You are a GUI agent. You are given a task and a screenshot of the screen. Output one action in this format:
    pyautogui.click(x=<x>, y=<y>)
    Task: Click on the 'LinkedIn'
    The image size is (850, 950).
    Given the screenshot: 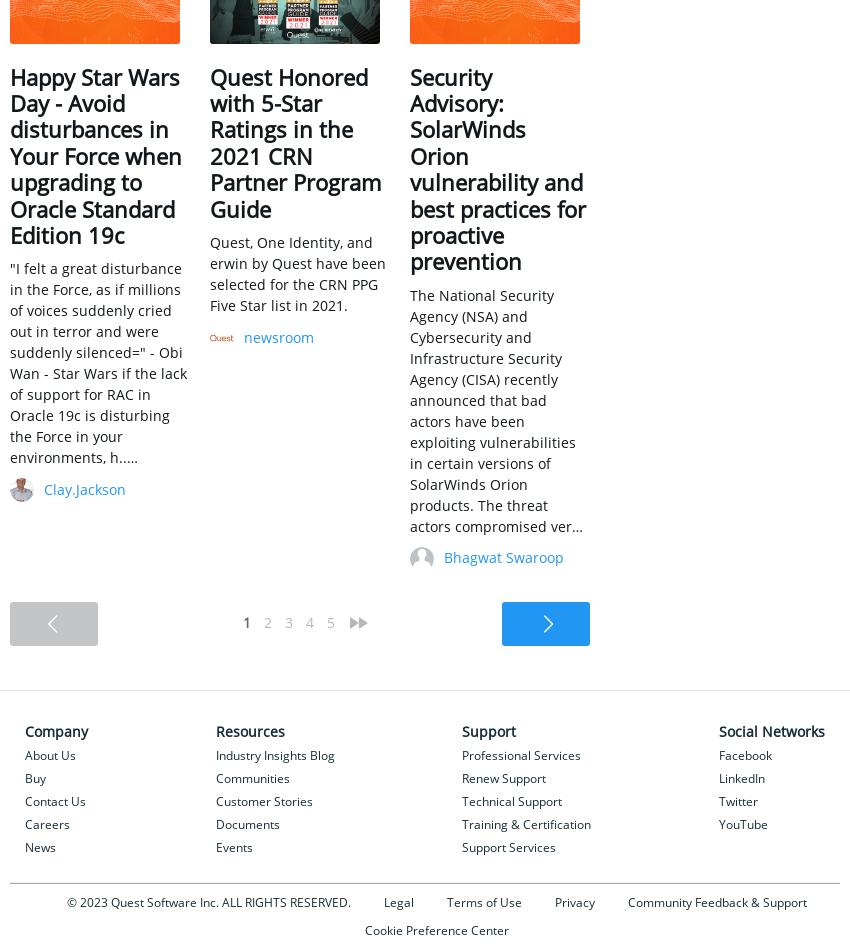 What is the action you would take?
    pyautogui.click(x=741, y=776)
    